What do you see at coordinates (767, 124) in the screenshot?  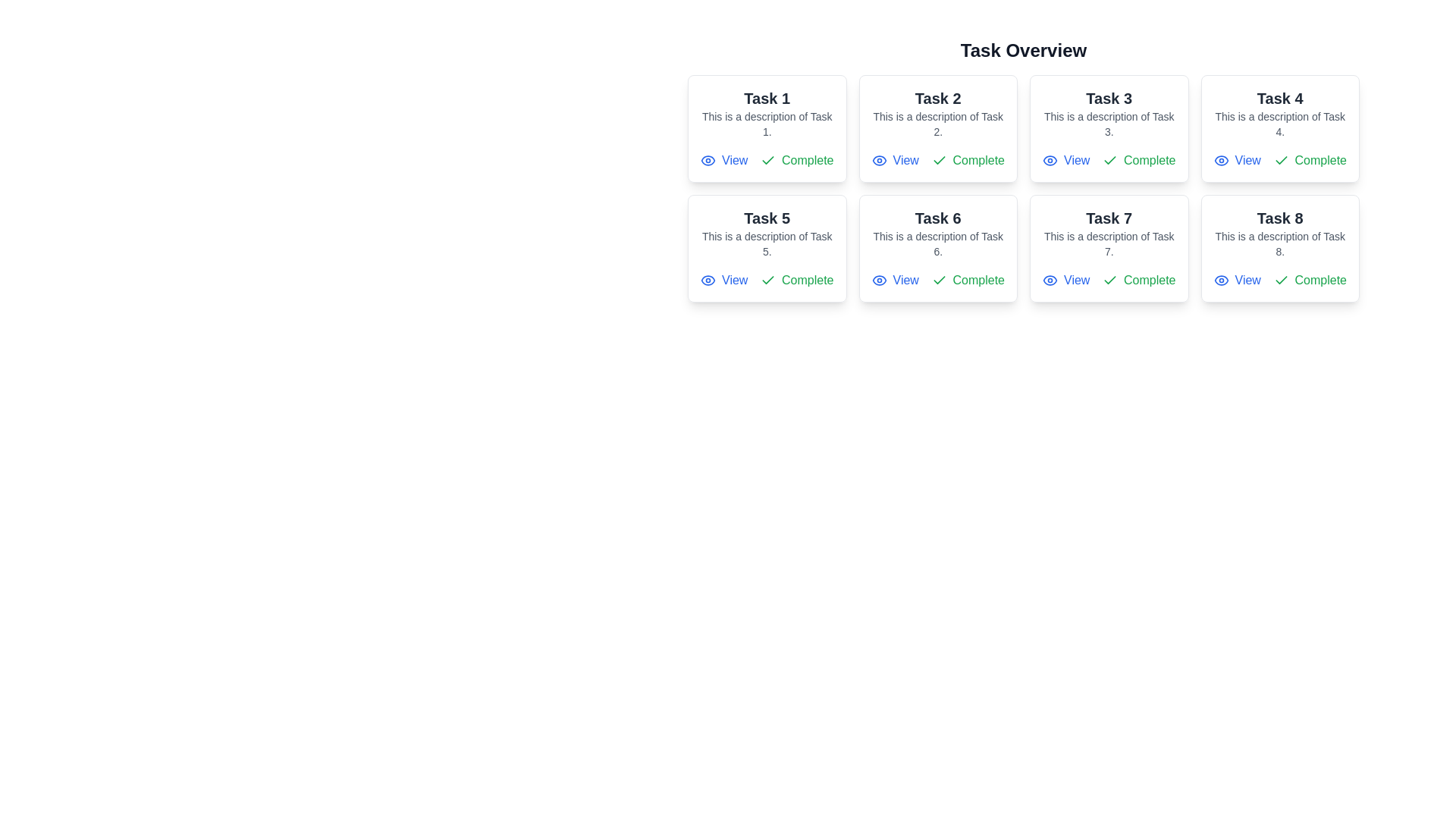 I see `the text component that contains the description 'This is a description of Task 1.' which is located directly below the title 'Task 1.'` at bounding box center [767, 124].